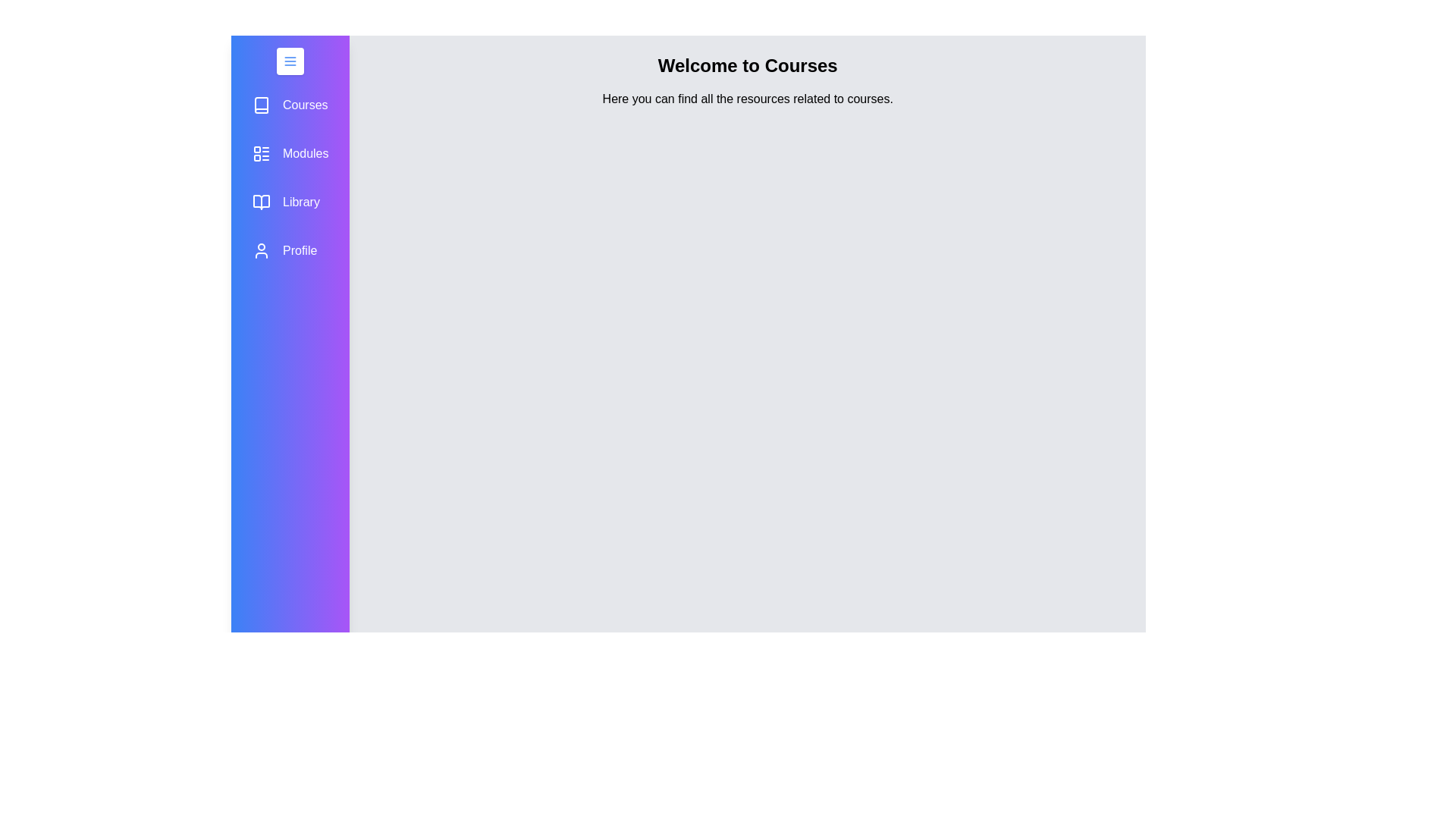 The image size is (1456, 819). What do you see at coordinates (290, 104) in the screenshot?
I see `the Courses tab to observe the hover effect` at bounding box center [290, 104].